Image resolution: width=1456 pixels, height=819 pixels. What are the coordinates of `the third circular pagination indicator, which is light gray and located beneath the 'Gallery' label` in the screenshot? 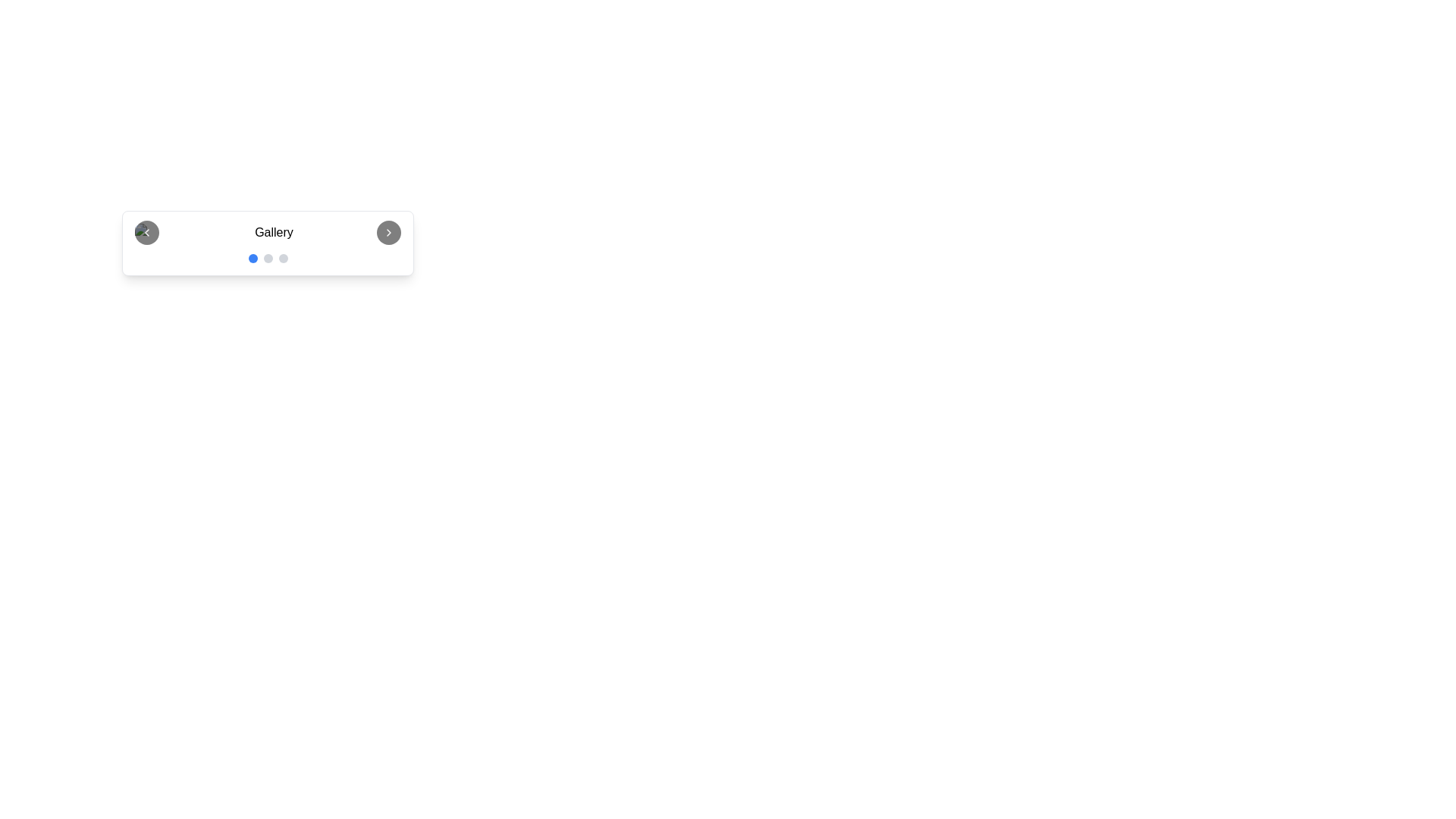 It's located at (283, 257).